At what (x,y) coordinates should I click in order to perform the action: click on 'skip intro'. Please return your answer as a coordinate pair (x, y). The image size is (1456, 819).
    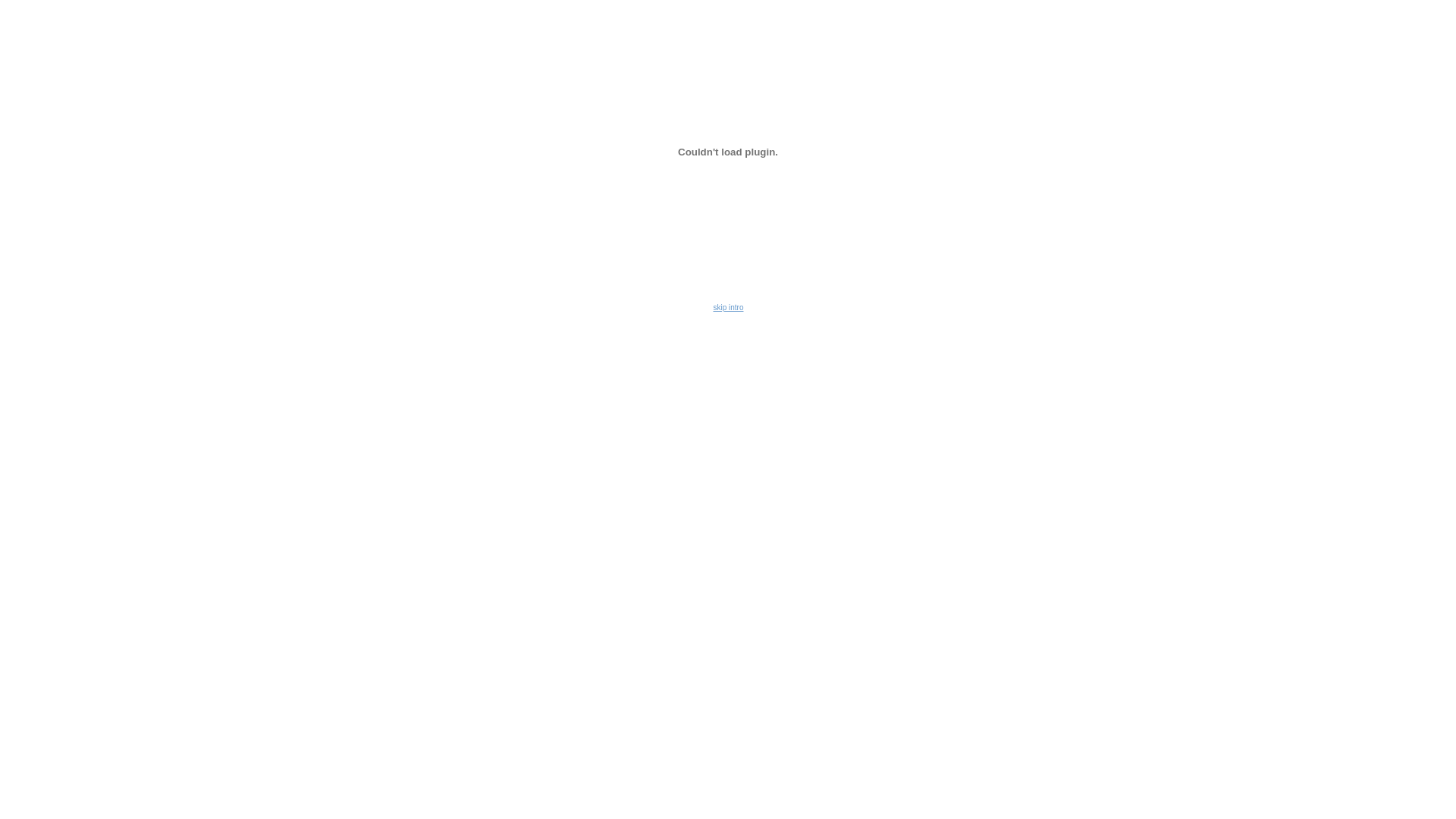
    Looking at the image, I should click on (712, 307).